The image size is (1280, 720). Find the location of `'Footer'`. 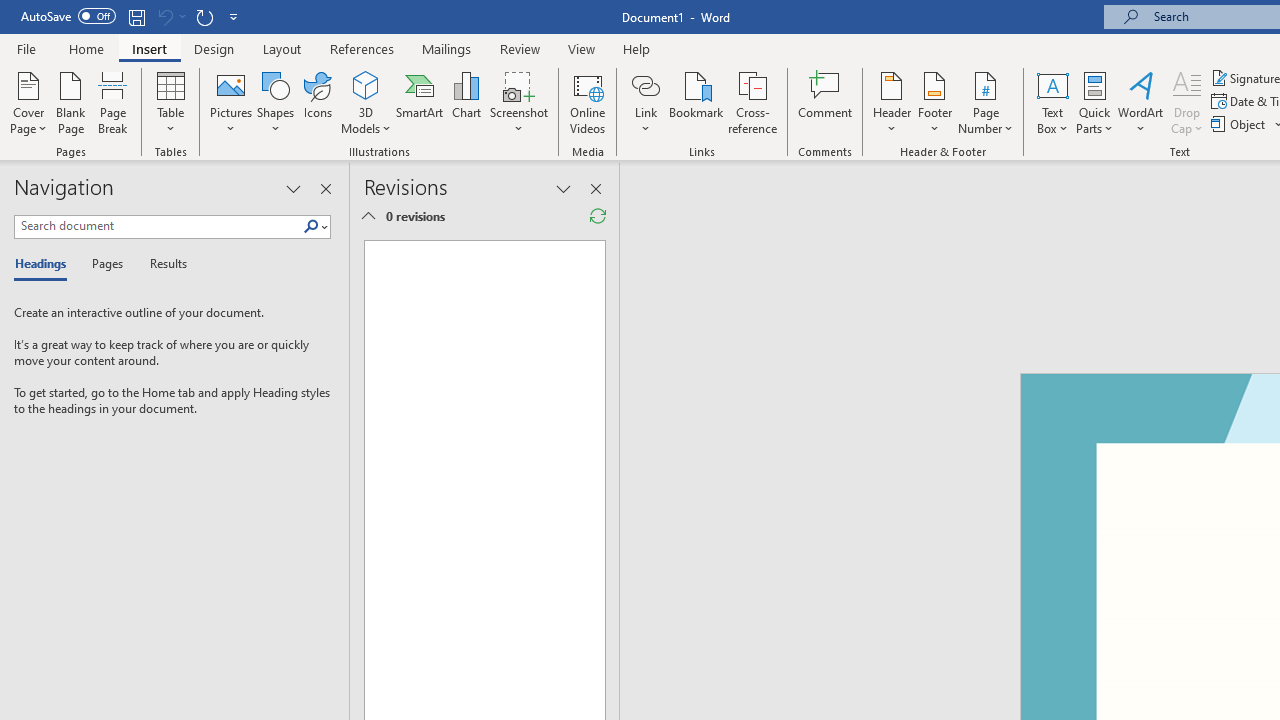

'Footer' is located at coordinates (934, 103).